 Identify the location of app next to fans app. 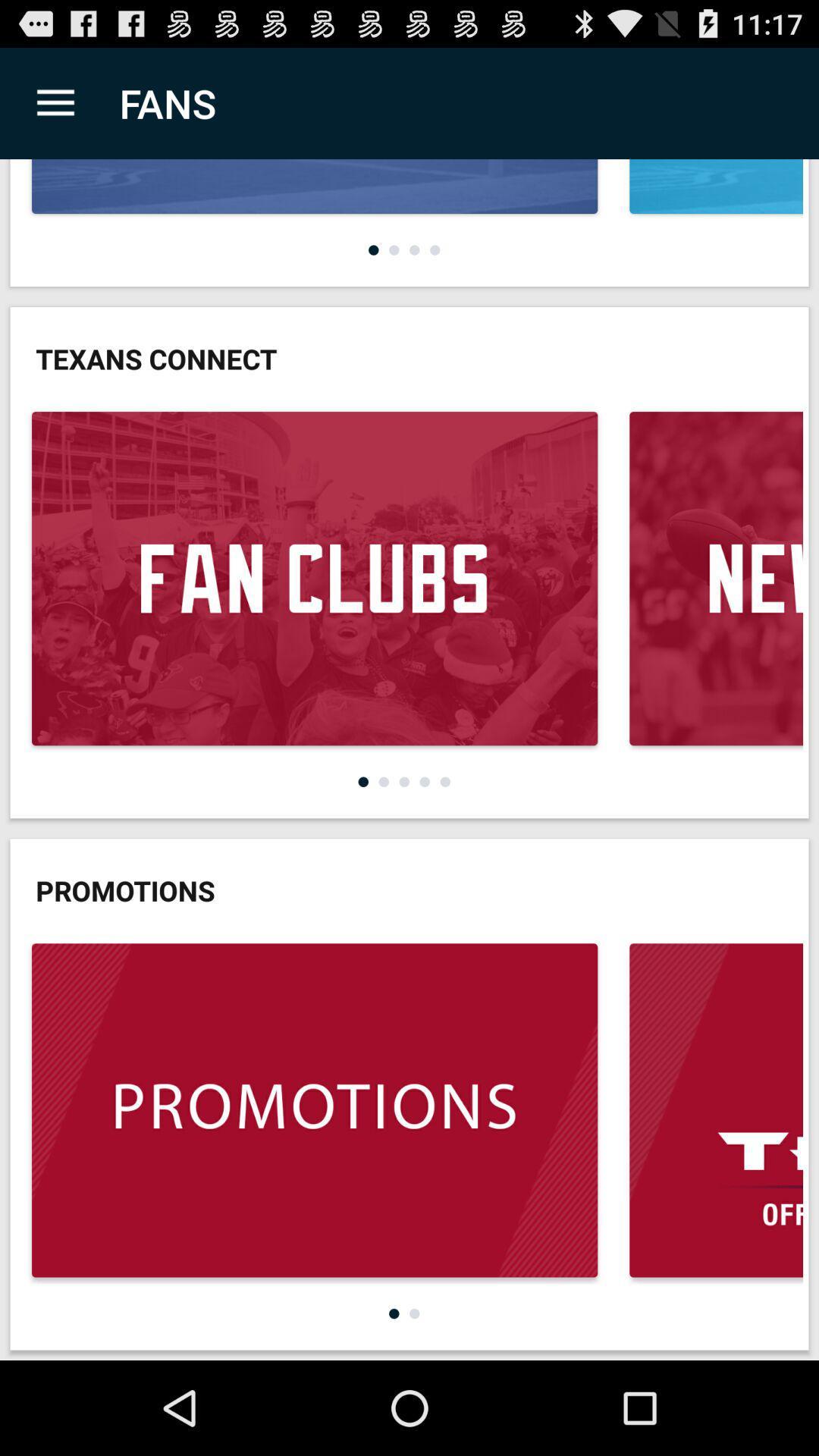
(55, 102).